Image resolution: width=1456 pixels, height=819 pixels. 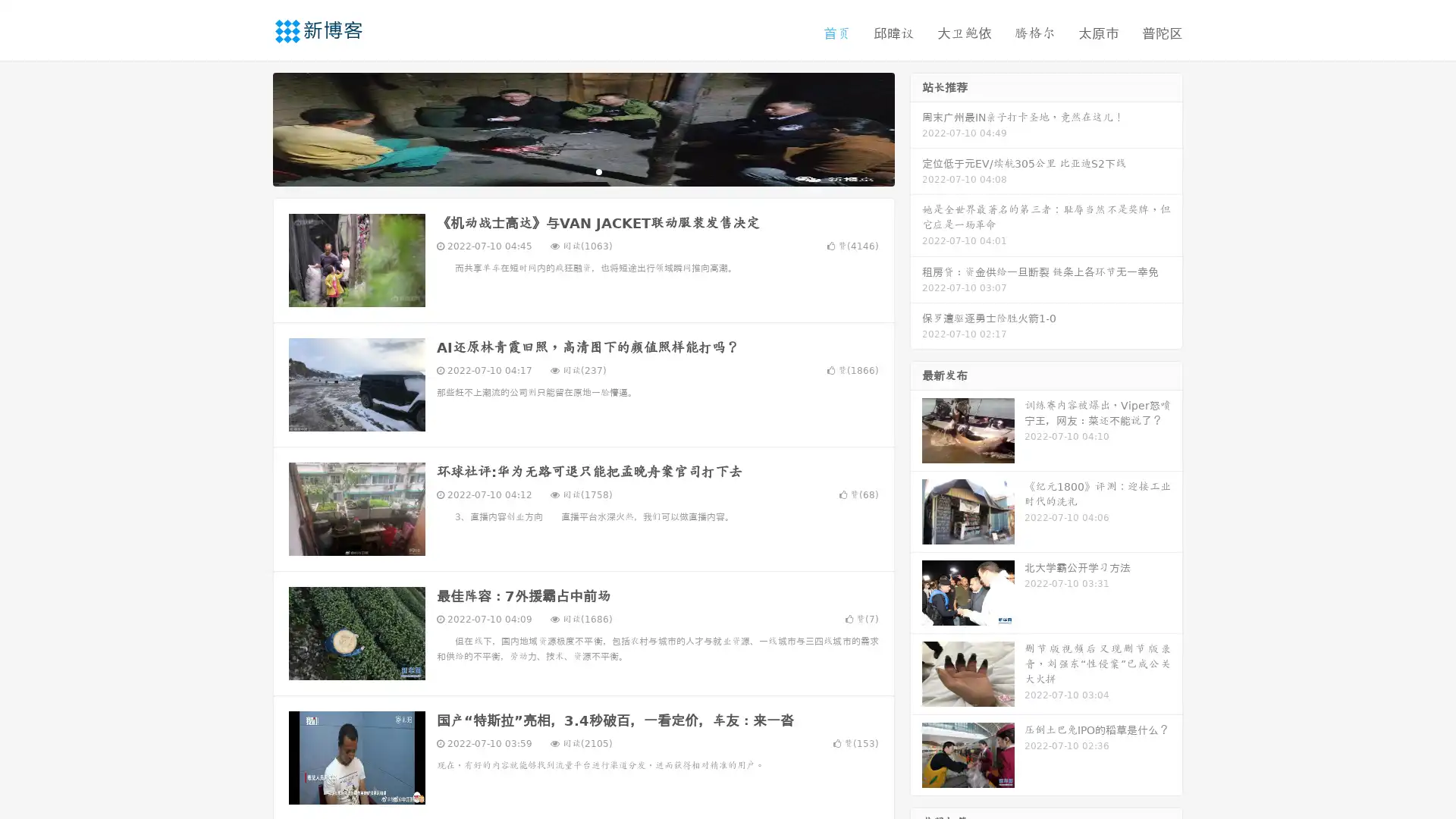 What do you see at coordinates (916, 127) in the screenshot?
I see `Next slide` at bounding box center [916, 127].